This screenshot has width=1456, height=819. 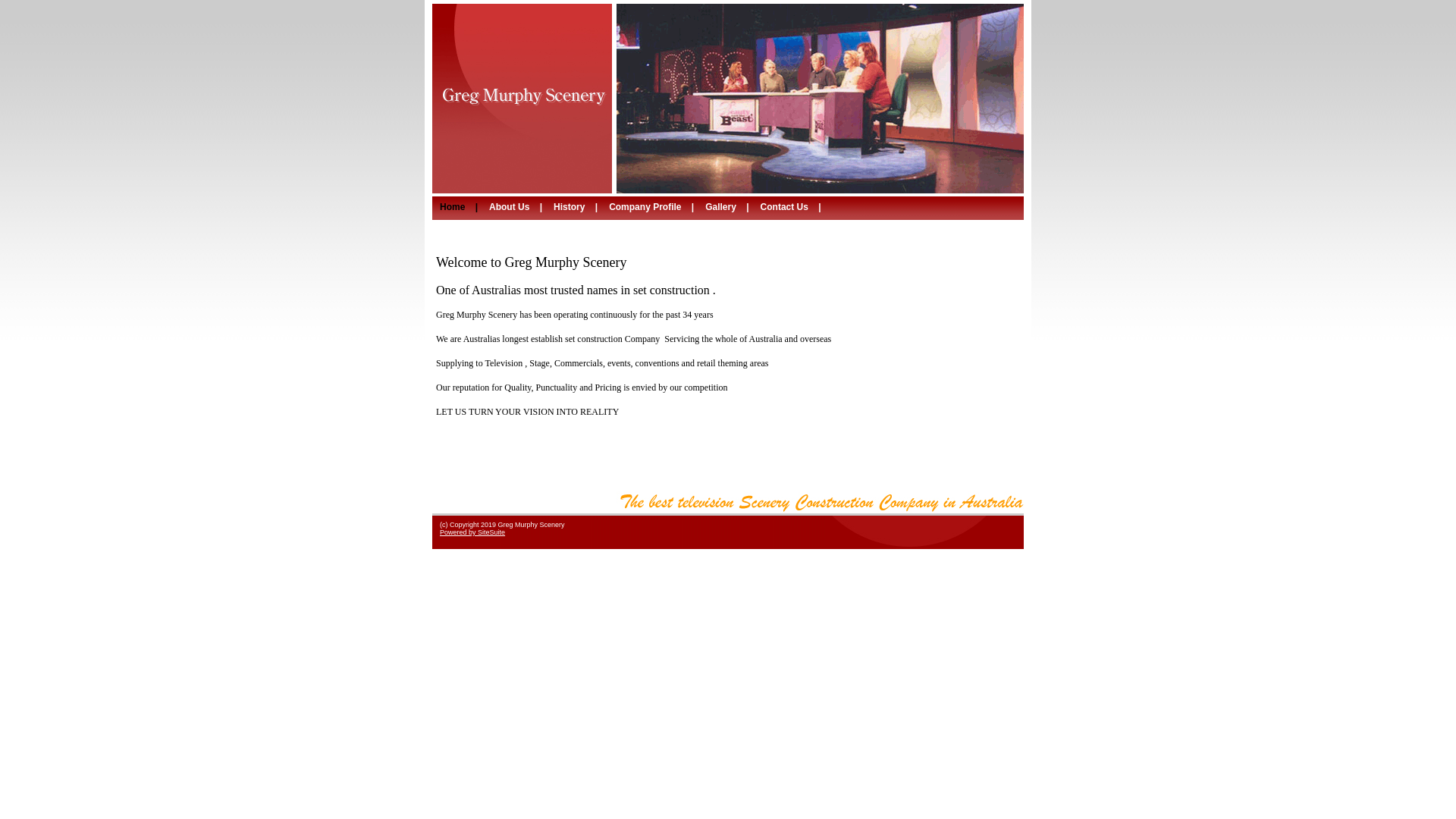 I want to click on 'Company Profile    |   ', so click(x=653, y=207).